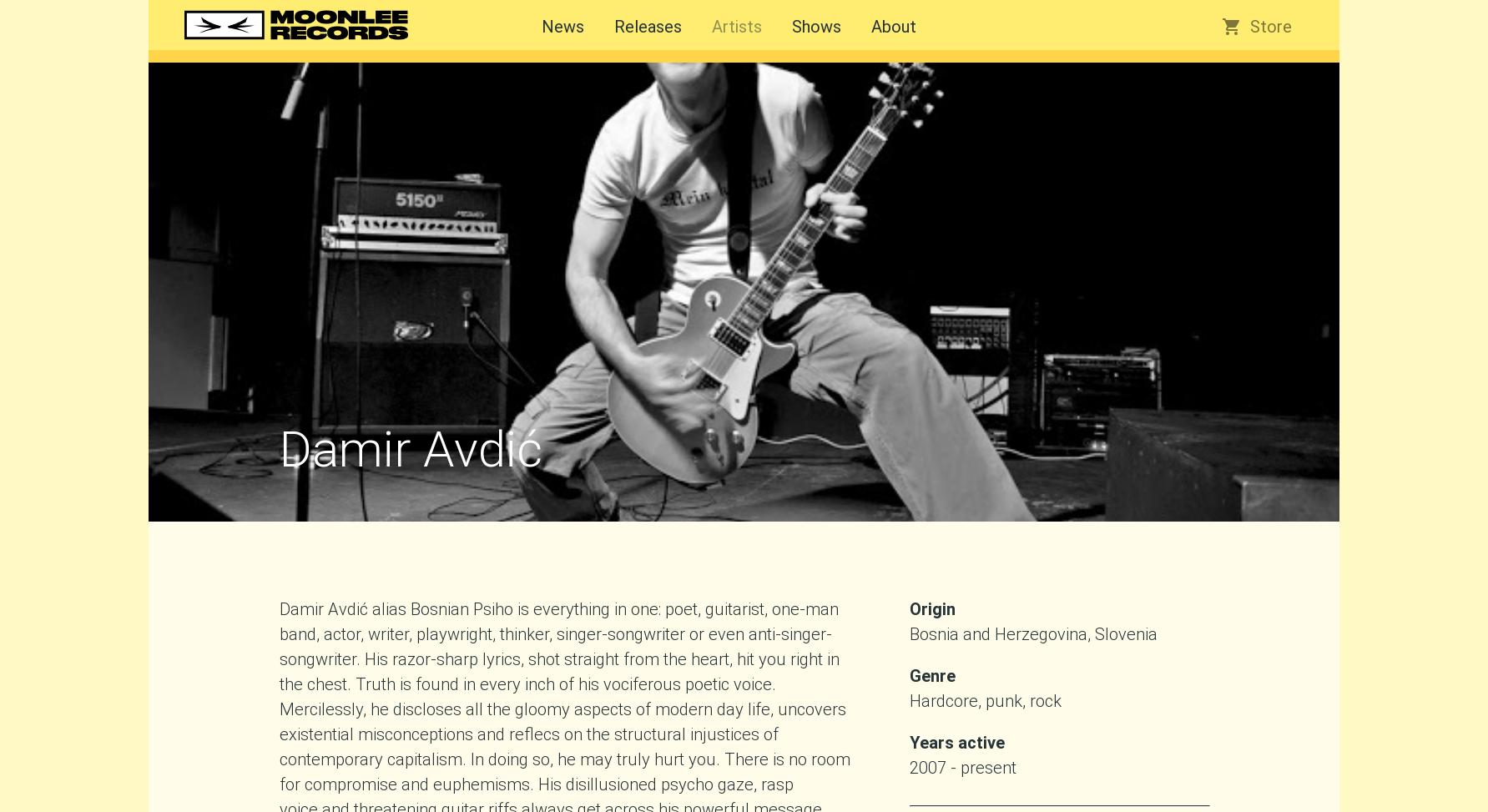 The width and height of the screenshot is (1488, 812). Describe the element at coordinates (411, 448) in the screenshot. I see `'Damir Avdić'` at that location.